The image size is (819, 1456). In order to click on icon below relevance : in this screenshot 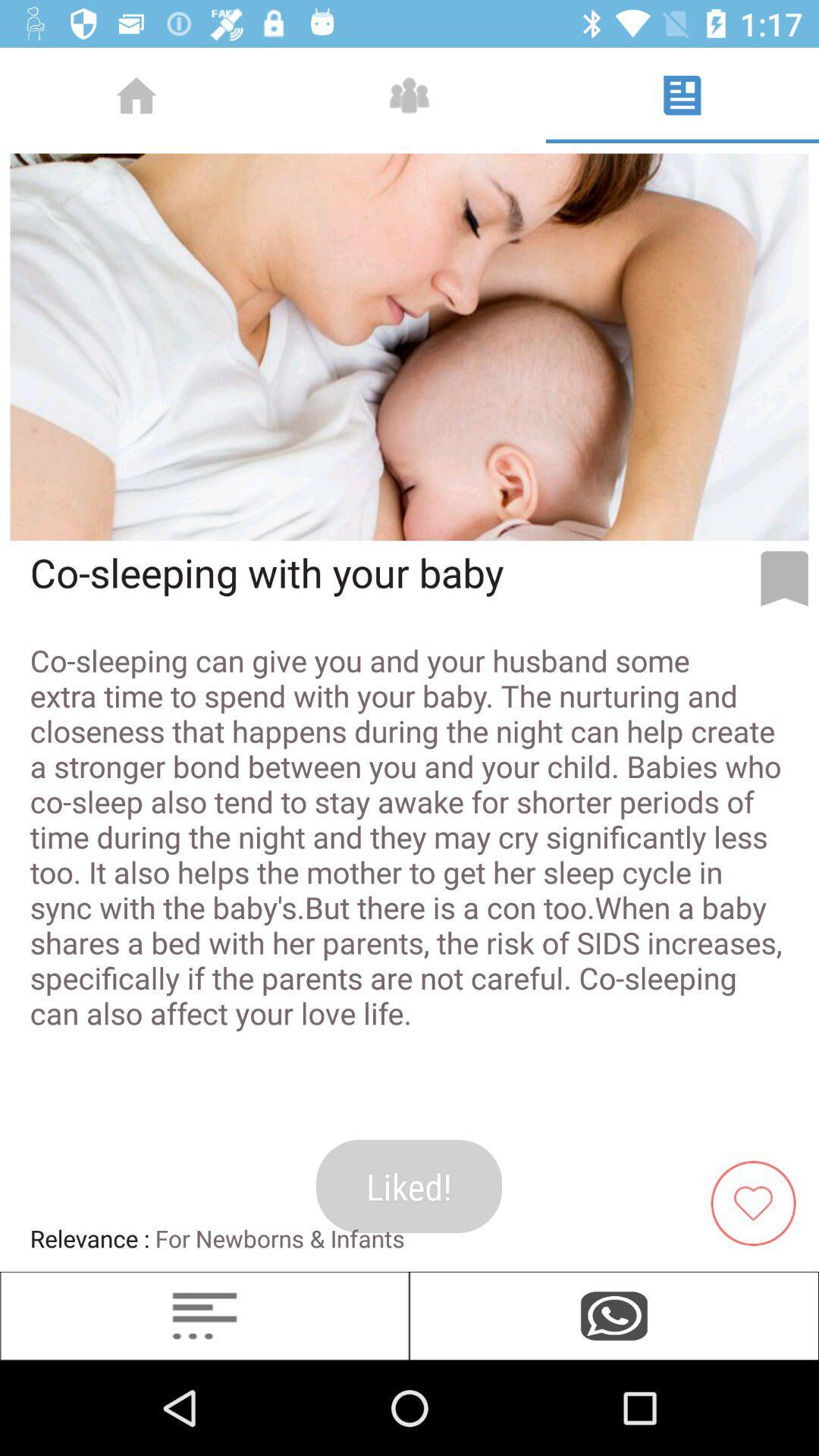, I will do `click(205, 1315)`.